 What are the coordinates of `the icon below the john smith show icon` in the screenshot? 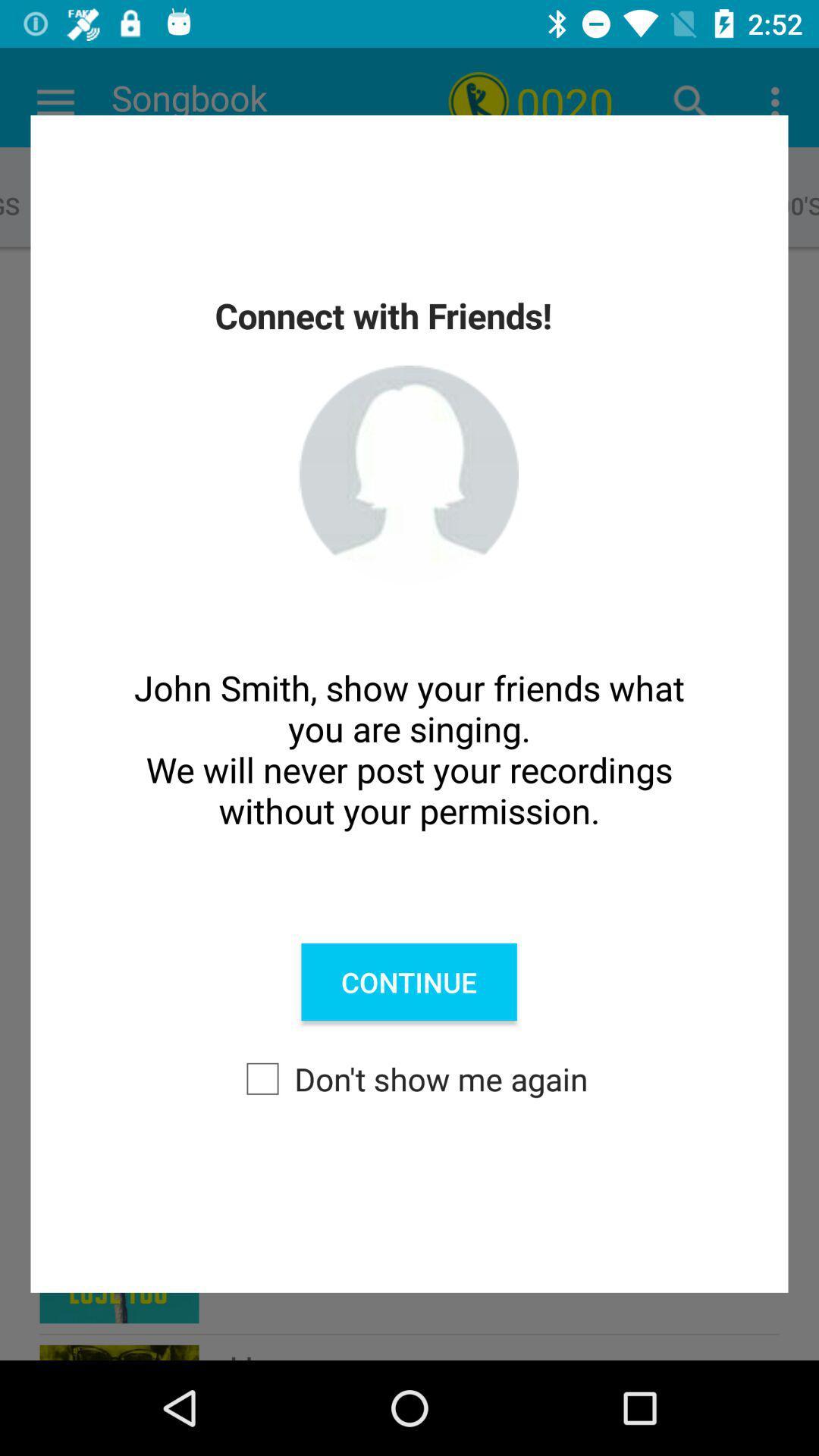 It's located at (408, 982).